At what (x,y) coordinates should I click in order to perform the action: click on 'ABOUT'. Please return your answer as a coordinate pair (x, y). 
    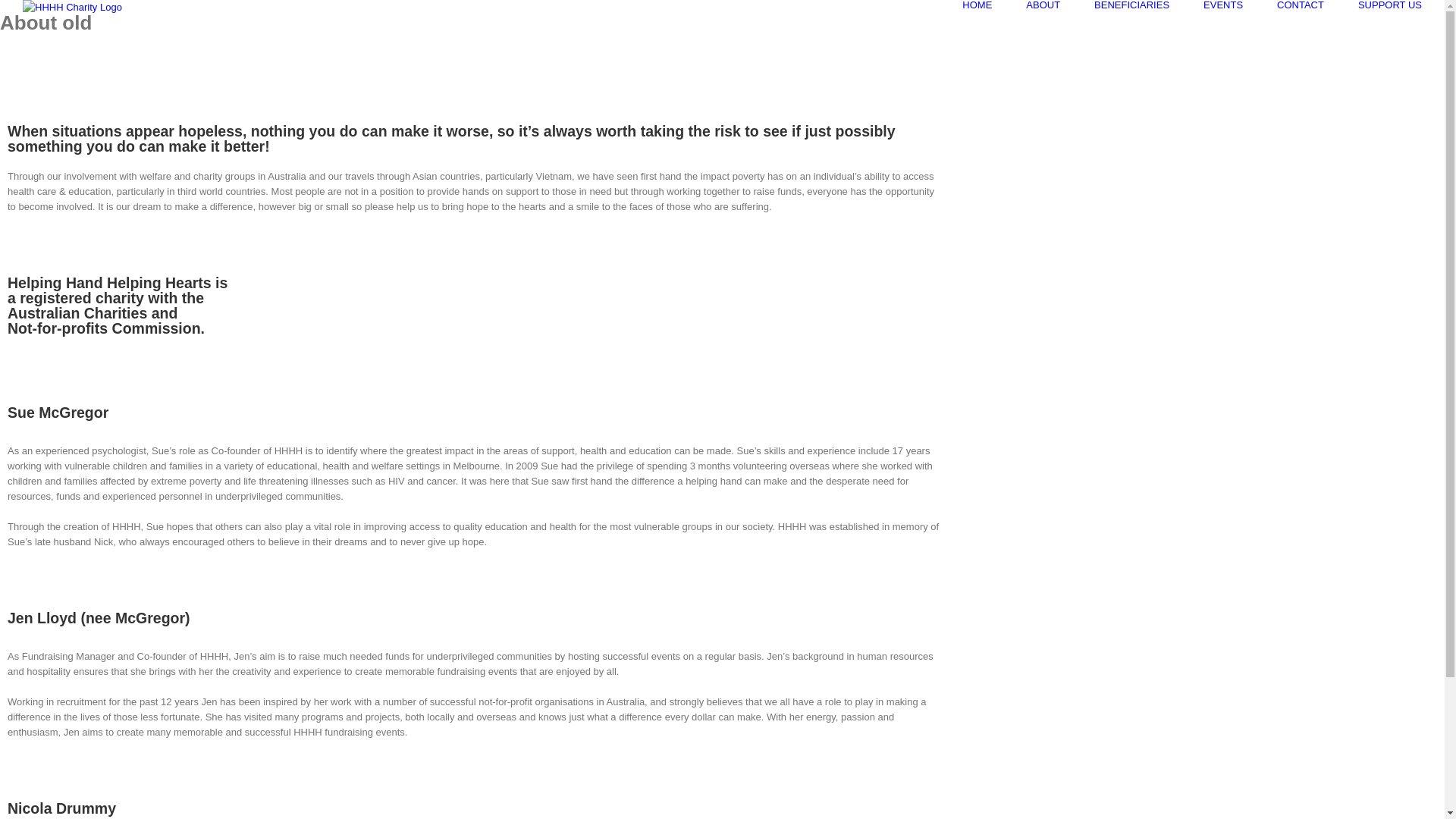
    Looking at the image, I should click on (1026, 5).